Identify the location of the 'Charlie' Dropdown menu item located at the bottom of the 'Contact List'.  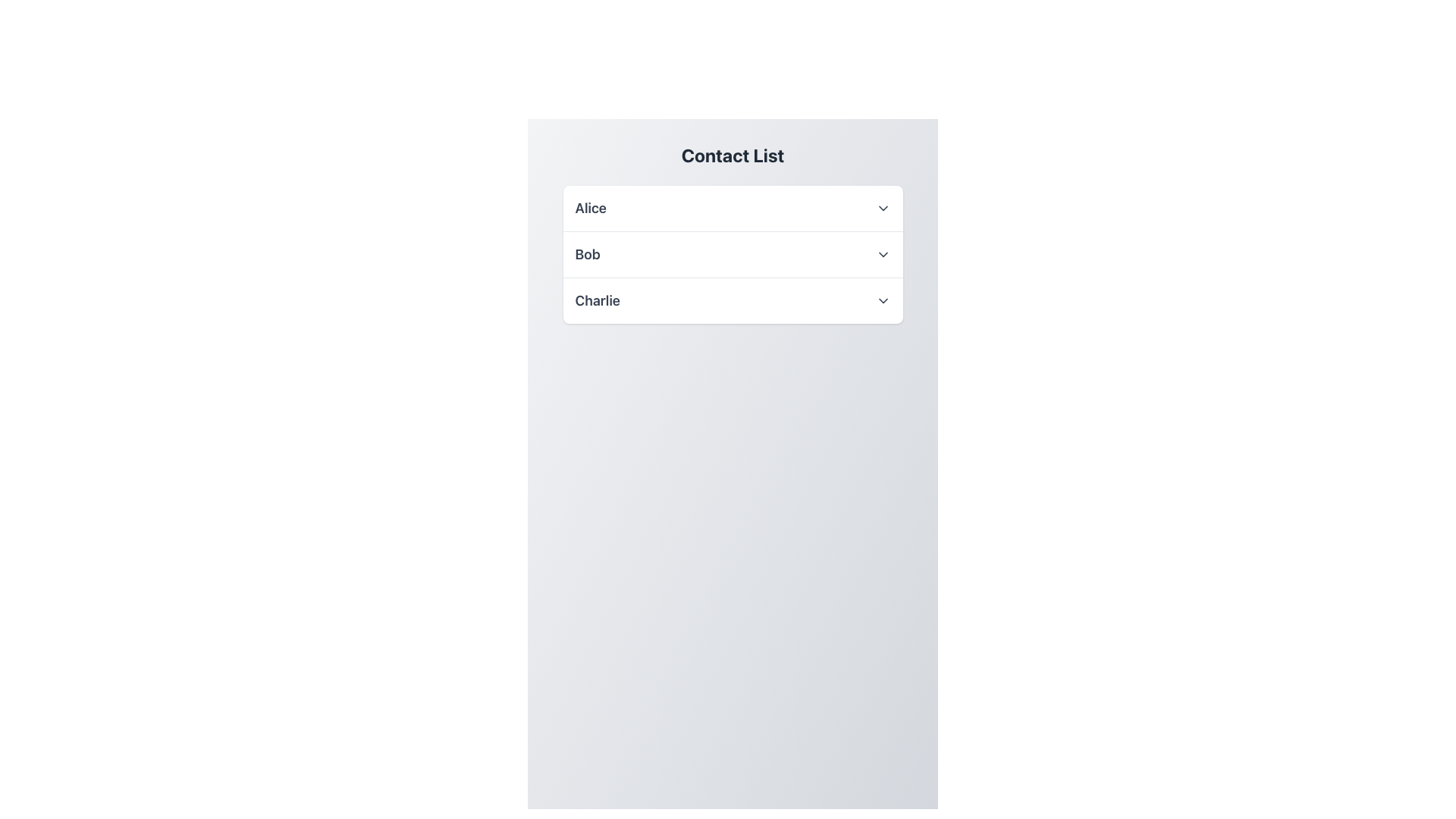
(733, 301).